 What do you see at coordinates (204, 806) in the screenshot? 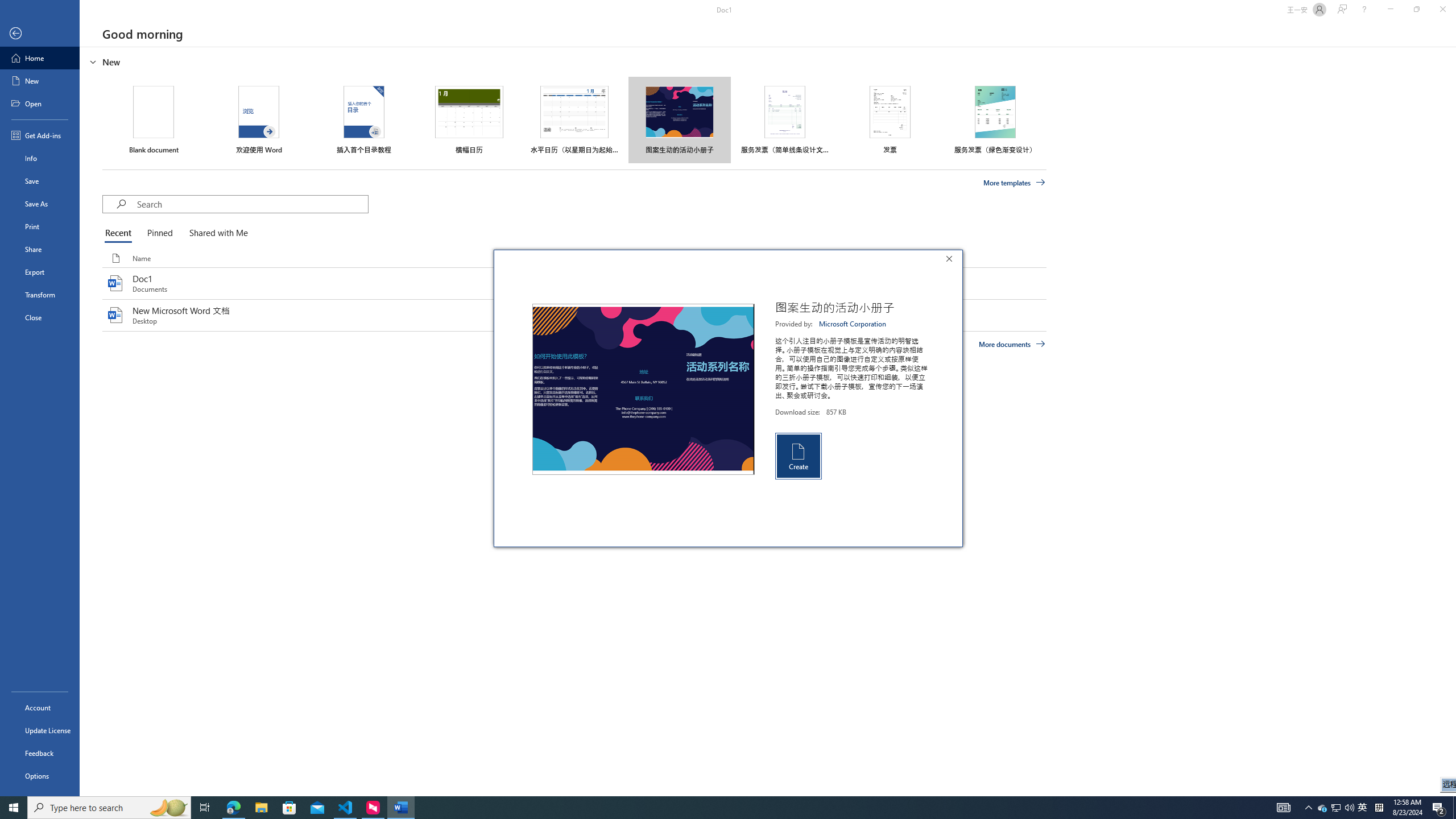
I see `'Task View'` at bounding box center [204, 806].